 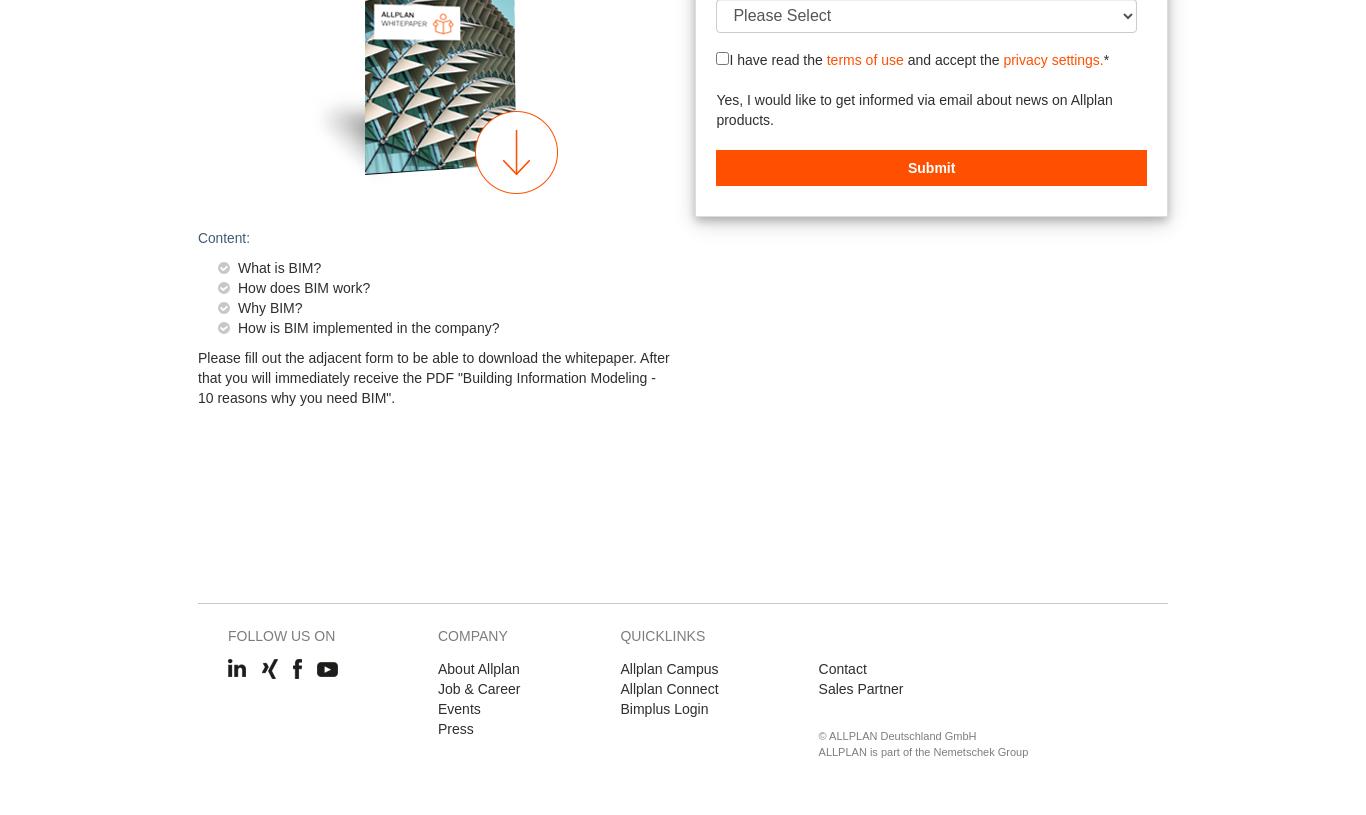 I want to click on 'and accept the', so click(x=902, y=58).